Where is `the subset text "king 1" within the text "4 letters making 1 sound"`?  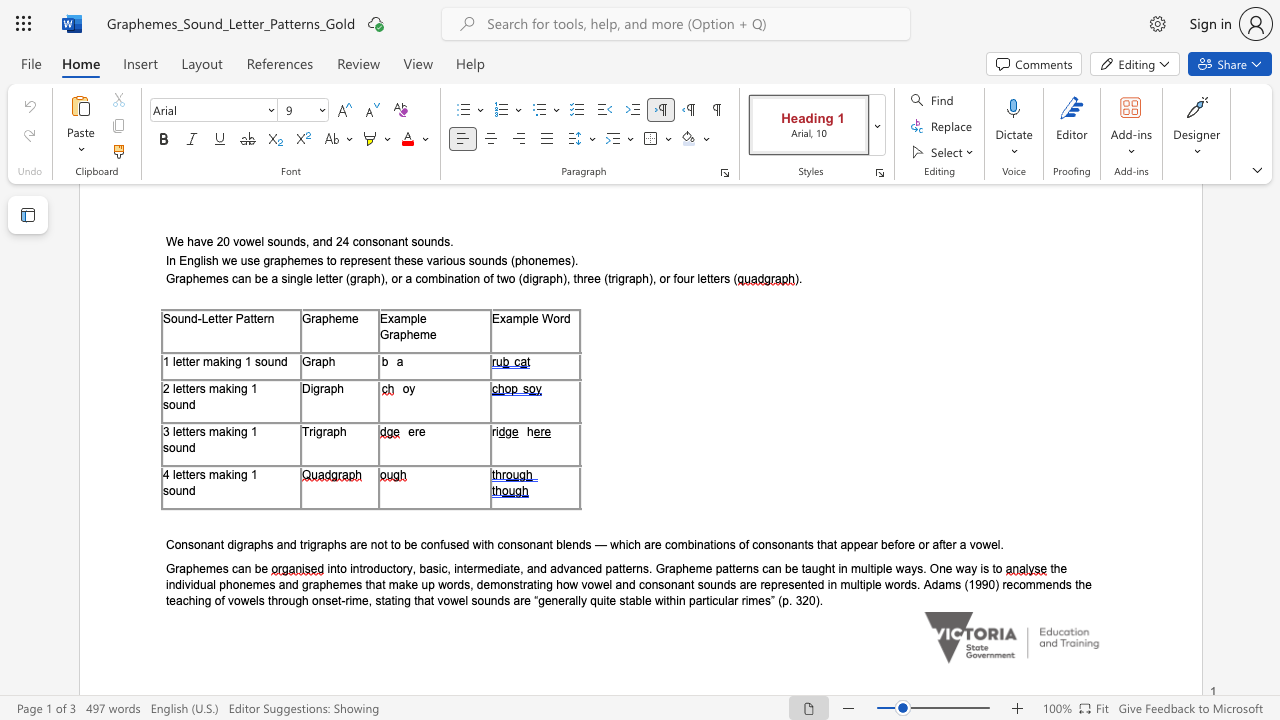 the subset text "king 1" within the text "4 letters making 1 sound" is located at coordinates (225, 474).